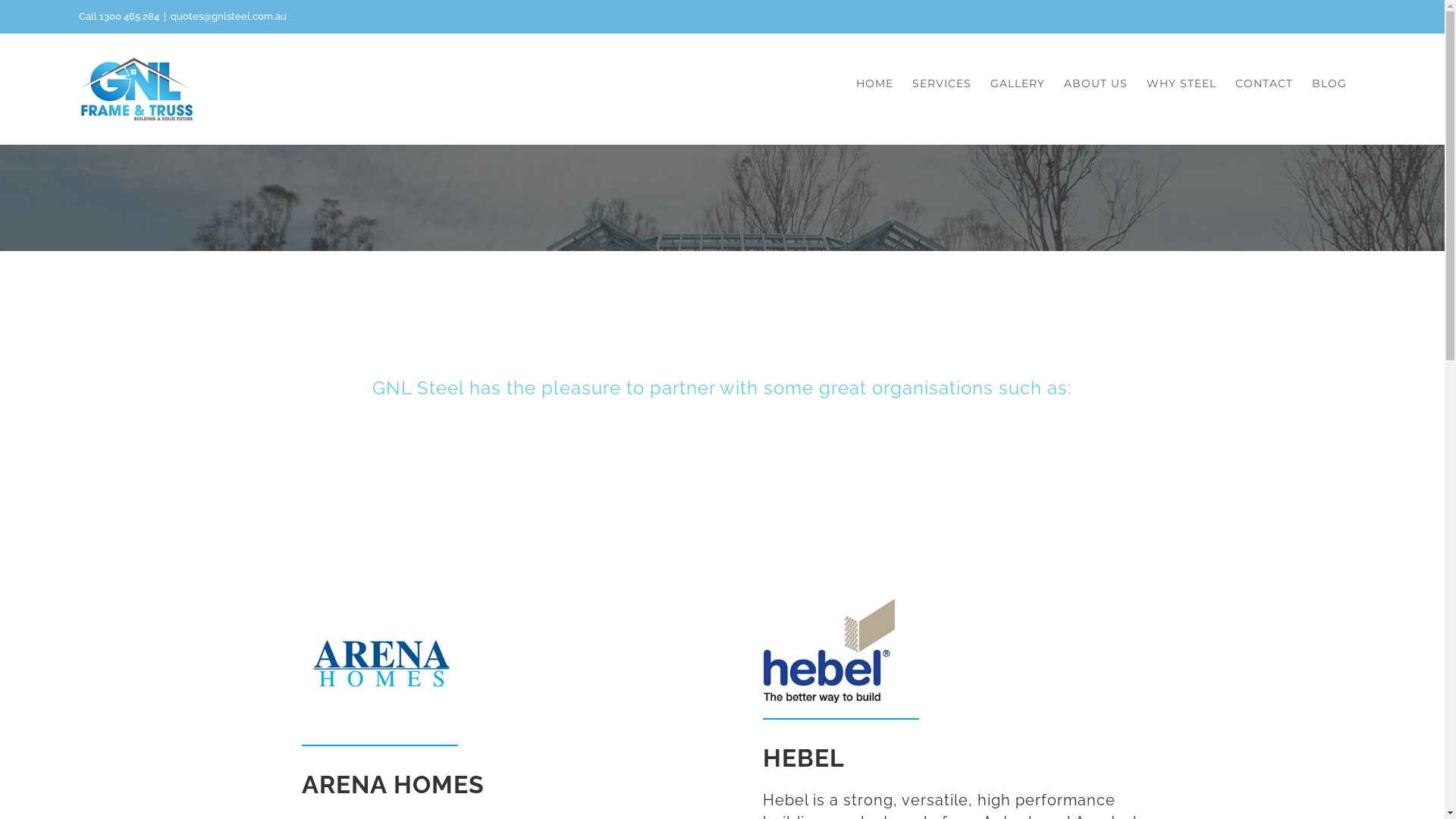 The height and width of the screenshot is (819, 1456). What do you see at coordinates (874, 83) in the screenshot?
I see `'HOME'` at bounding box center [874, 83].